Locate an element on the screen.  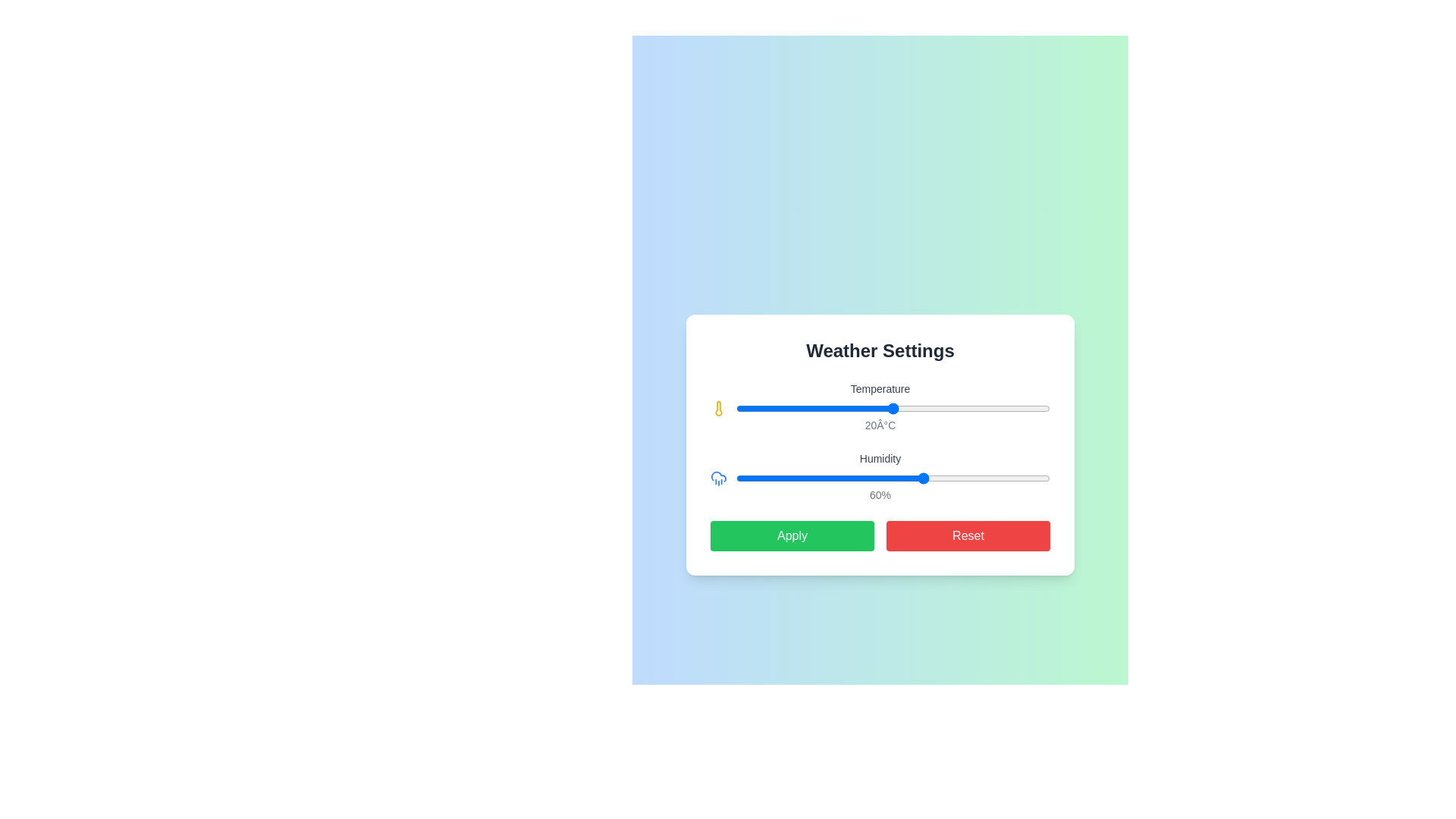
humidity is located at coordinates (755, 479).